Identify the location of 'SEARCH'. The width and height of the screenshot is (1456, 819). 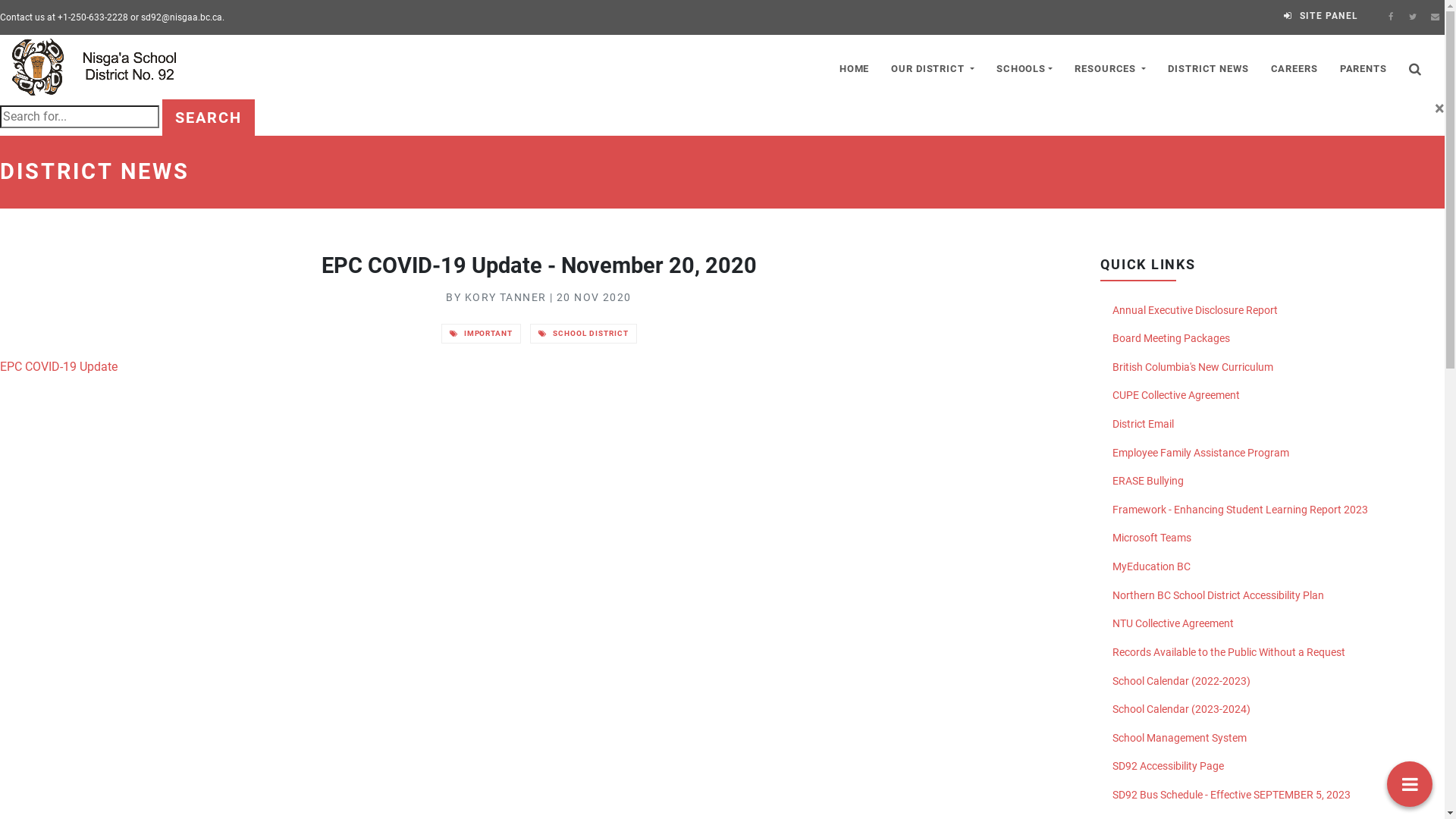
(207, 116).